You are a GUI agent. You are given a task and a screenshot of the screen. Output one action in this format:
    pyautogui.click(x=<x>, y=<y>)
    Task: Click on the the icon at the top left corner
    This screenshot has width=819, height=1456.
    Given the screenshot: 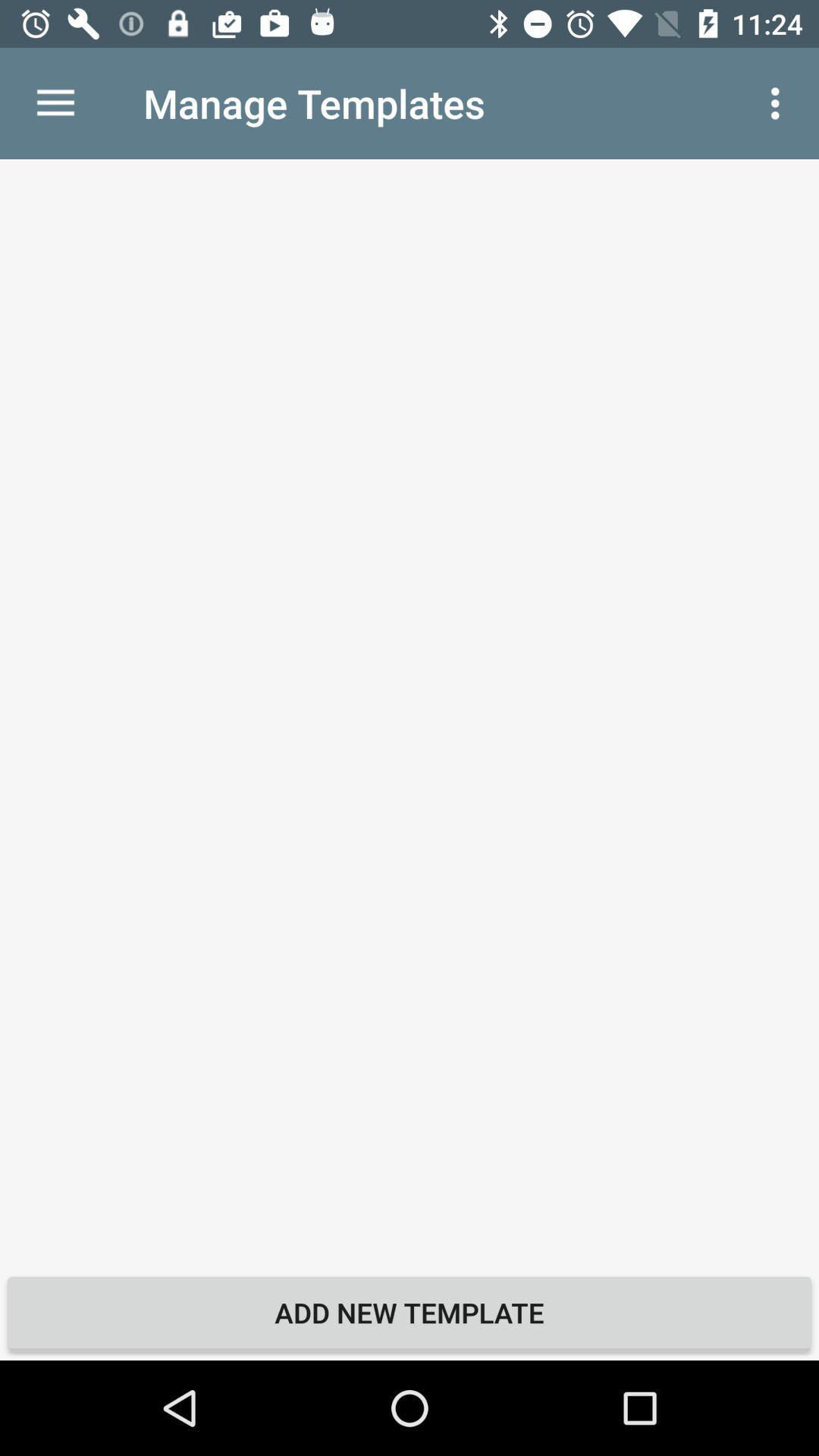 What is the action you would take?
    pyautogui.click(x=55, y=102)
    